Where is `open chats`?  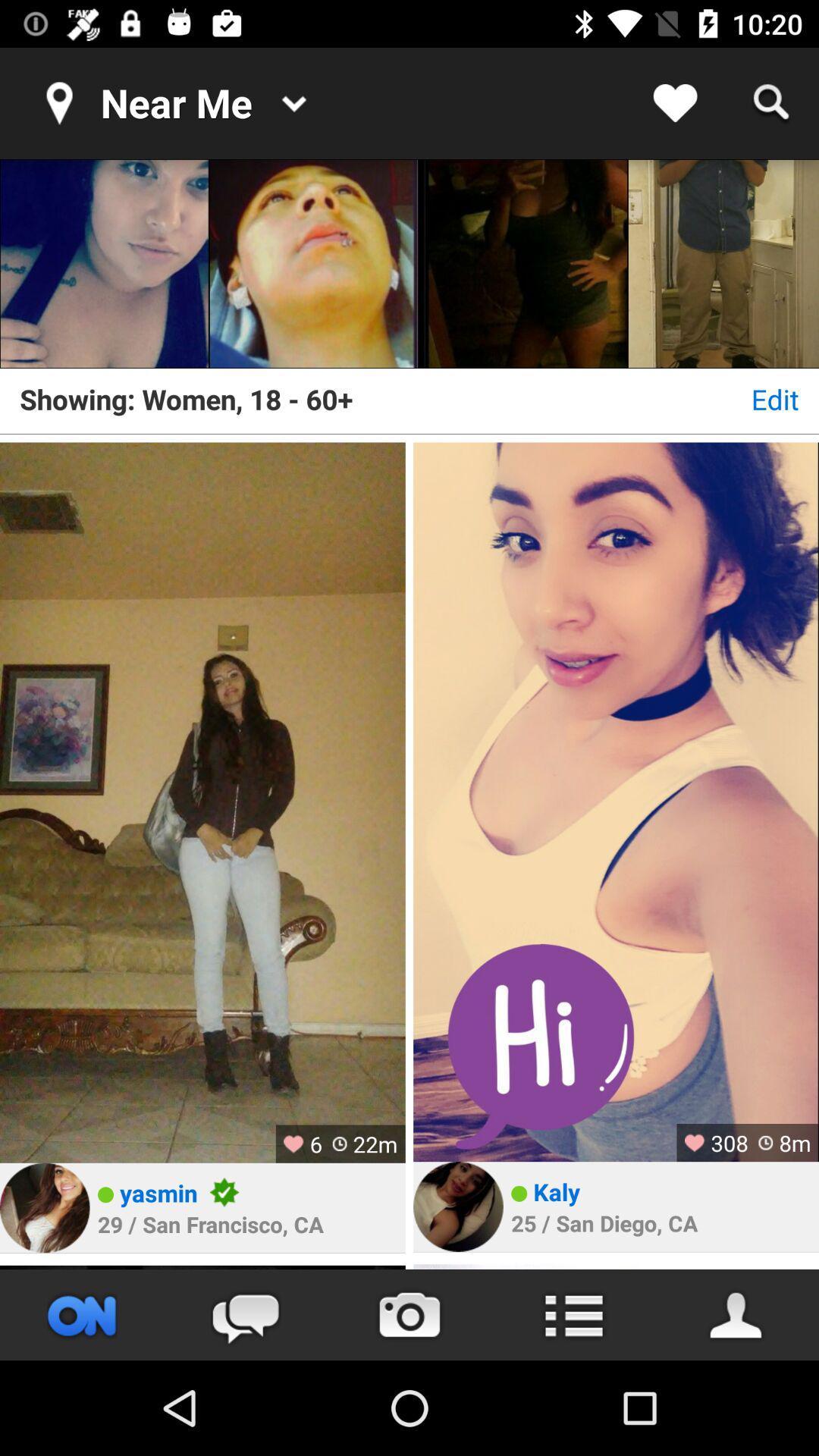 open chats is located at coordinates (245, 1314).